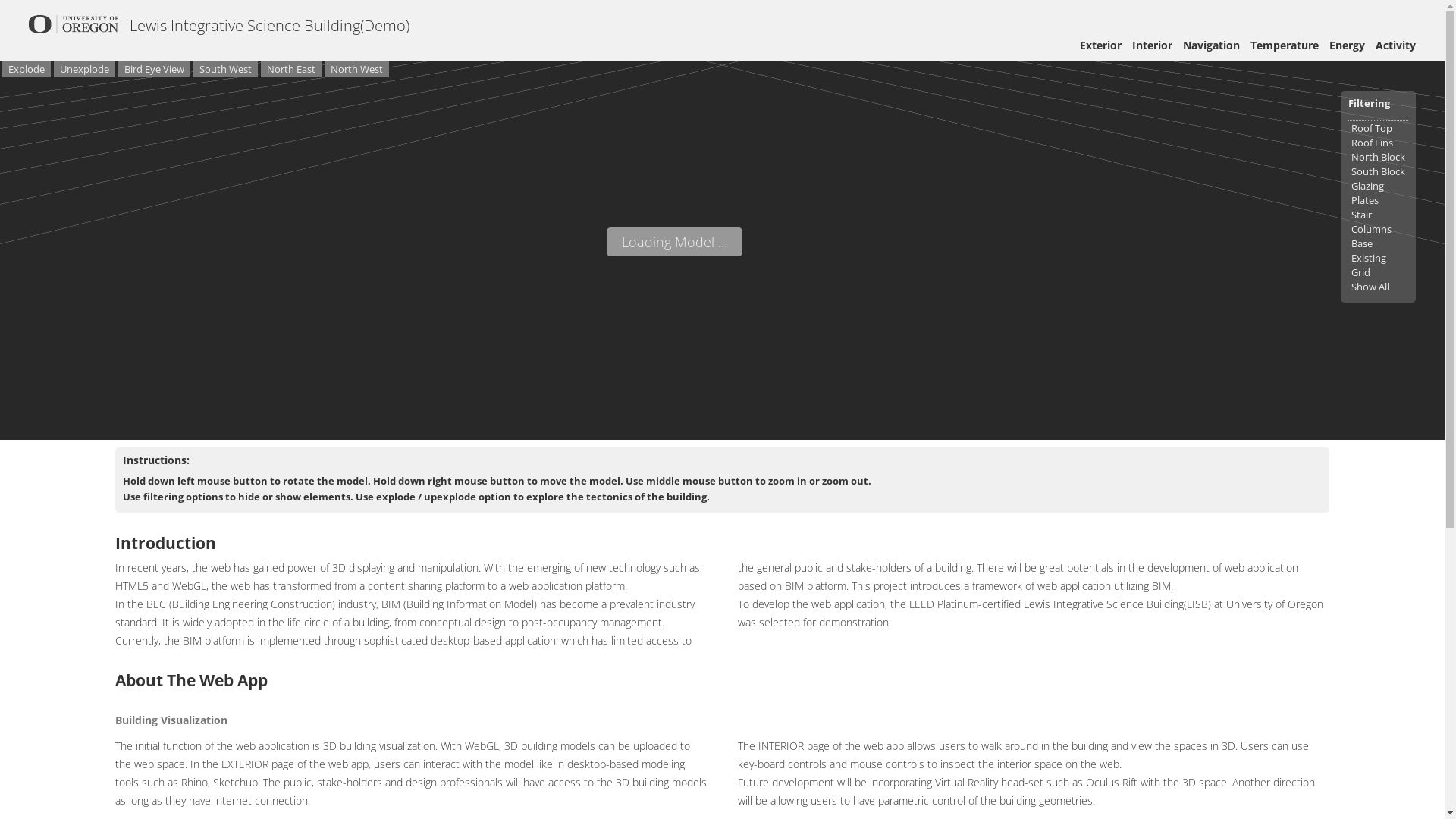 The height and width of the screenshot is (819, 1456). What do you see at coordinates (1210, 44) in the screenshot?
I see `'Navigation'` at bounding box center [1210, 44].